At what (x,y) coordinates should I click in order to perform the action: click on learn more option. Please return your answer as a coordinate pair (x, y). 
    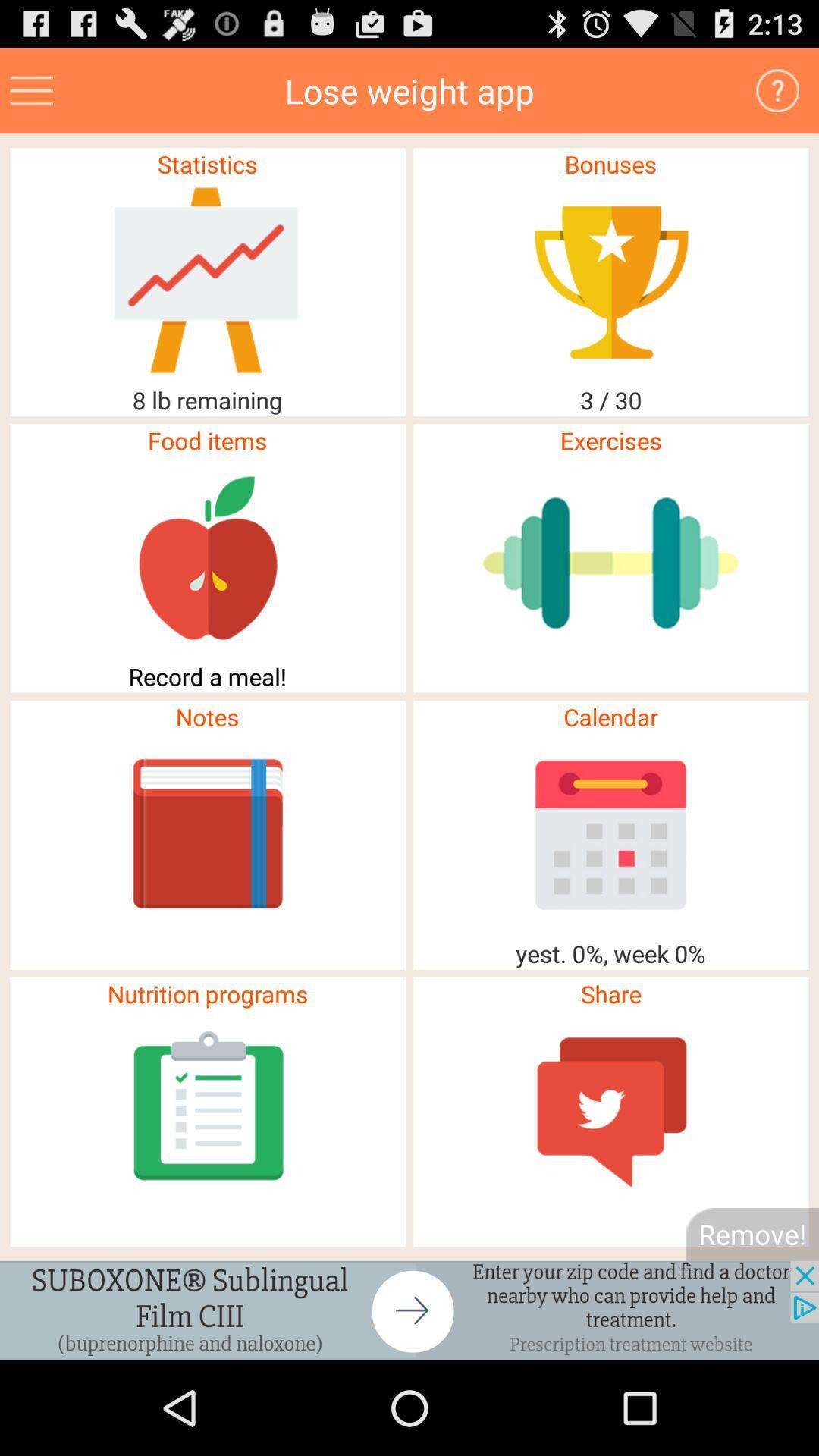
    Looking at the image, I should click on (777, 89).